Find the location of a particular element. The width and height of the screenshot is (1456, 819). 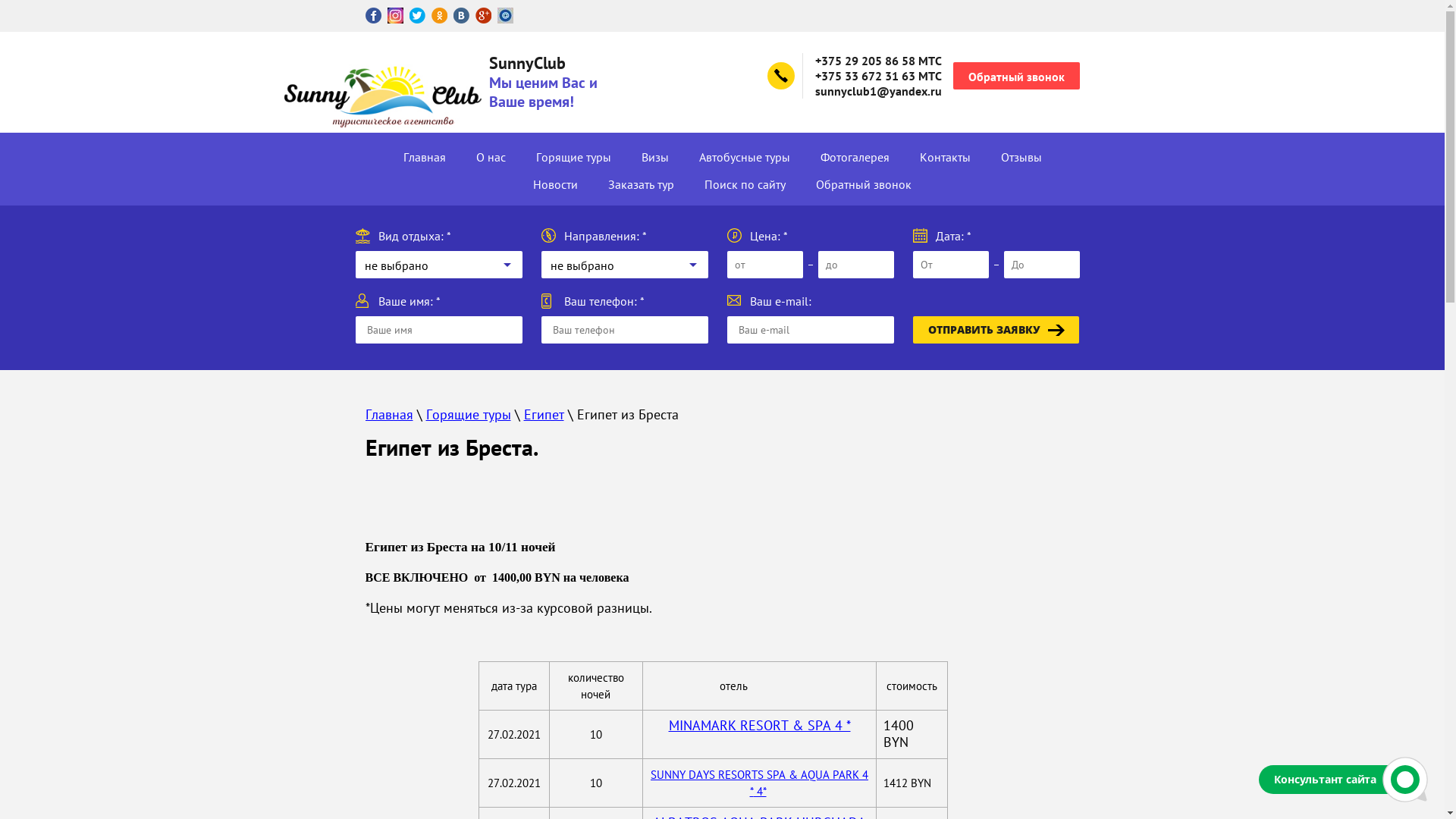

'sunnyclub1@yandex.ru' is located at coordinates (877, 90).